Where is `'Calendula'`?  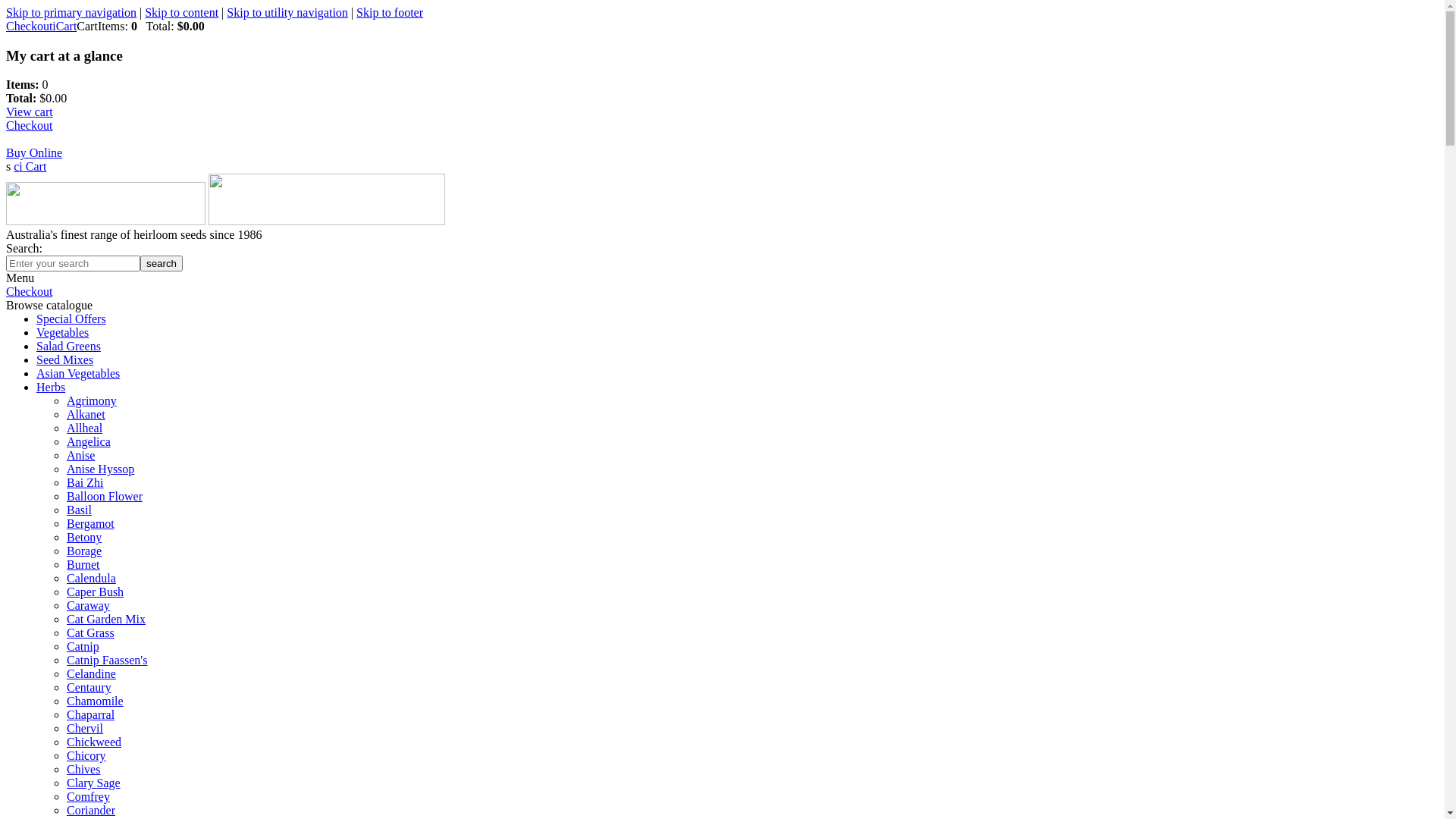
'Calendula' is located at coordinates (90, 578).